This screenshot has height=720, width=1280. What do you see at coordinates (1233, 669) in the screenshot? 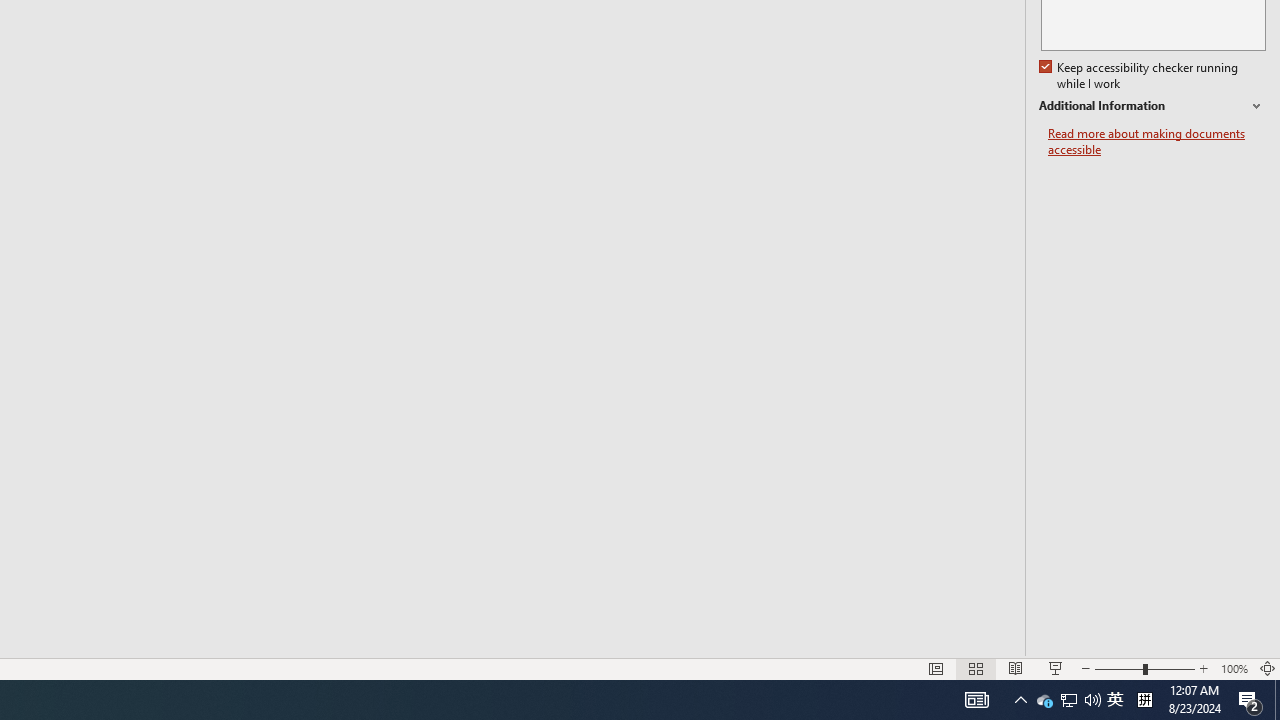
I see `'Zoom 100%'` at bounding box center [1233, 669].